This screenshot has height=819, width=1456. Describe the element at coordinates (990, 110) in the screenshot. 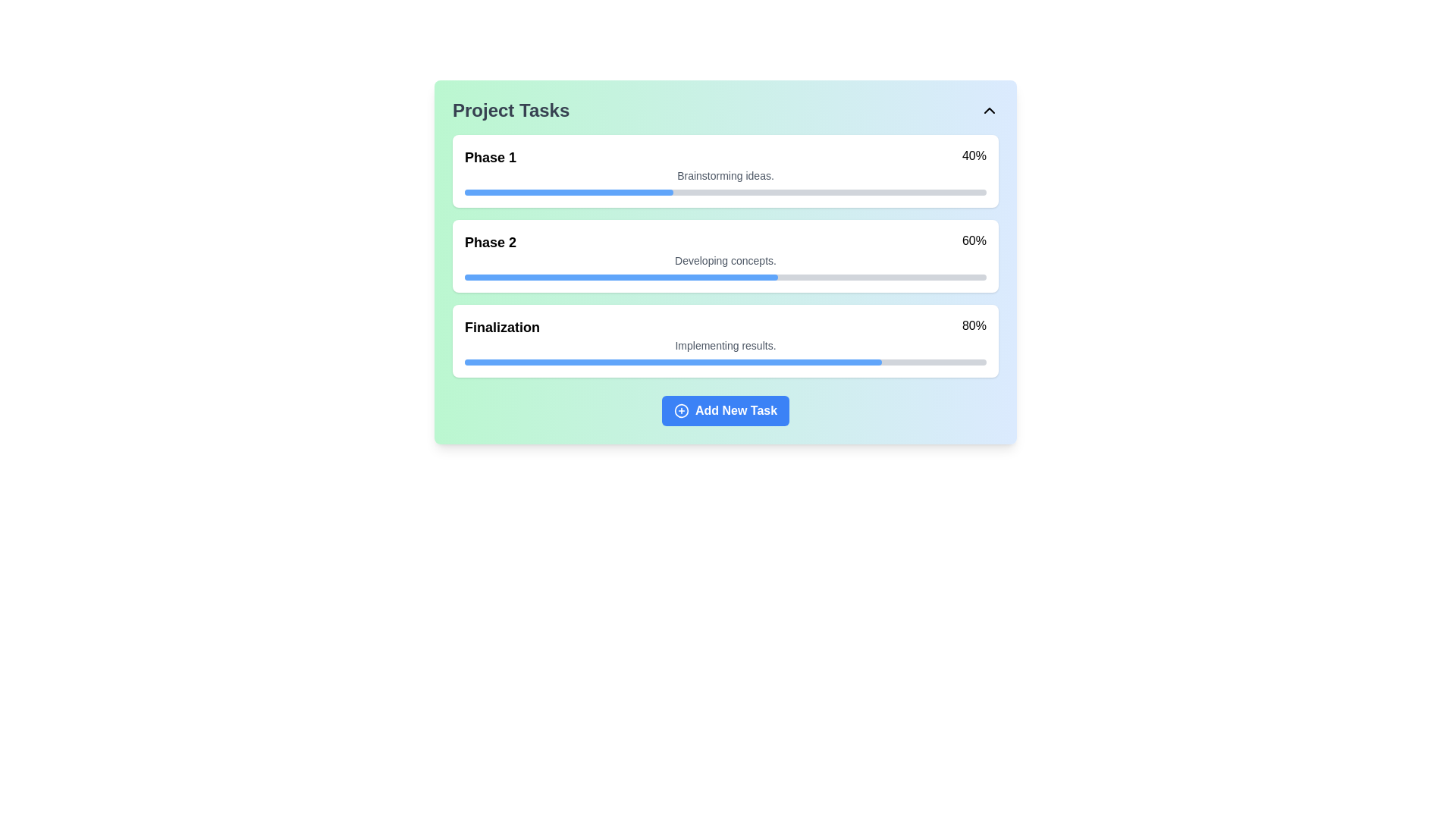

I see `the upward-pointing chevron arrow icon button located at the upper-right corner of the 'Project Tasks' section` at that location.